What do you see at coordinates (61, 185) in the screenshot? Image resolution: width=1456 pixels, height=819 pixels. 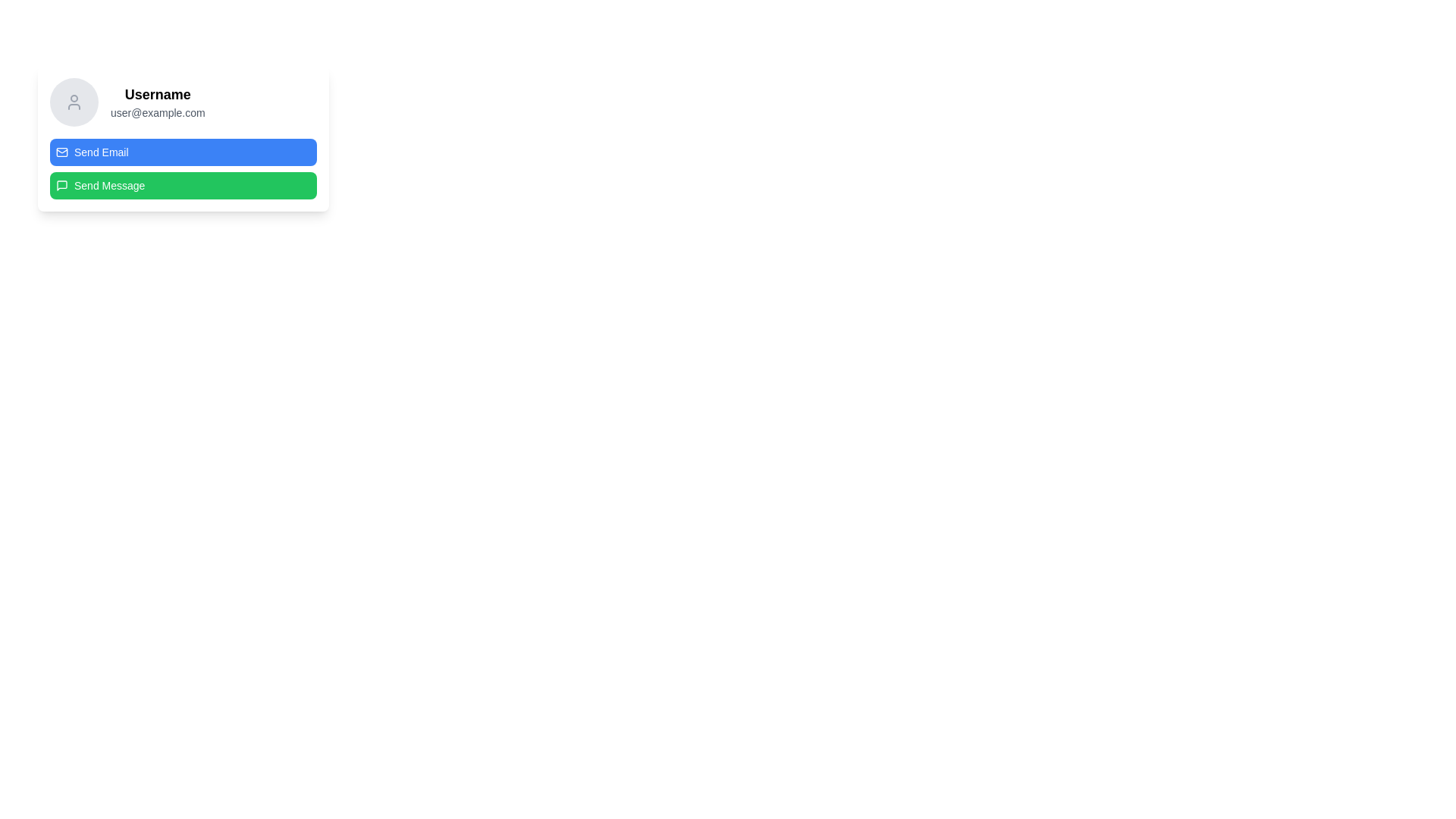 I see `the message sending icon located at the first position within the 'Send Message' button at the bottom of the user card interface` at bounding box center [61, 185].